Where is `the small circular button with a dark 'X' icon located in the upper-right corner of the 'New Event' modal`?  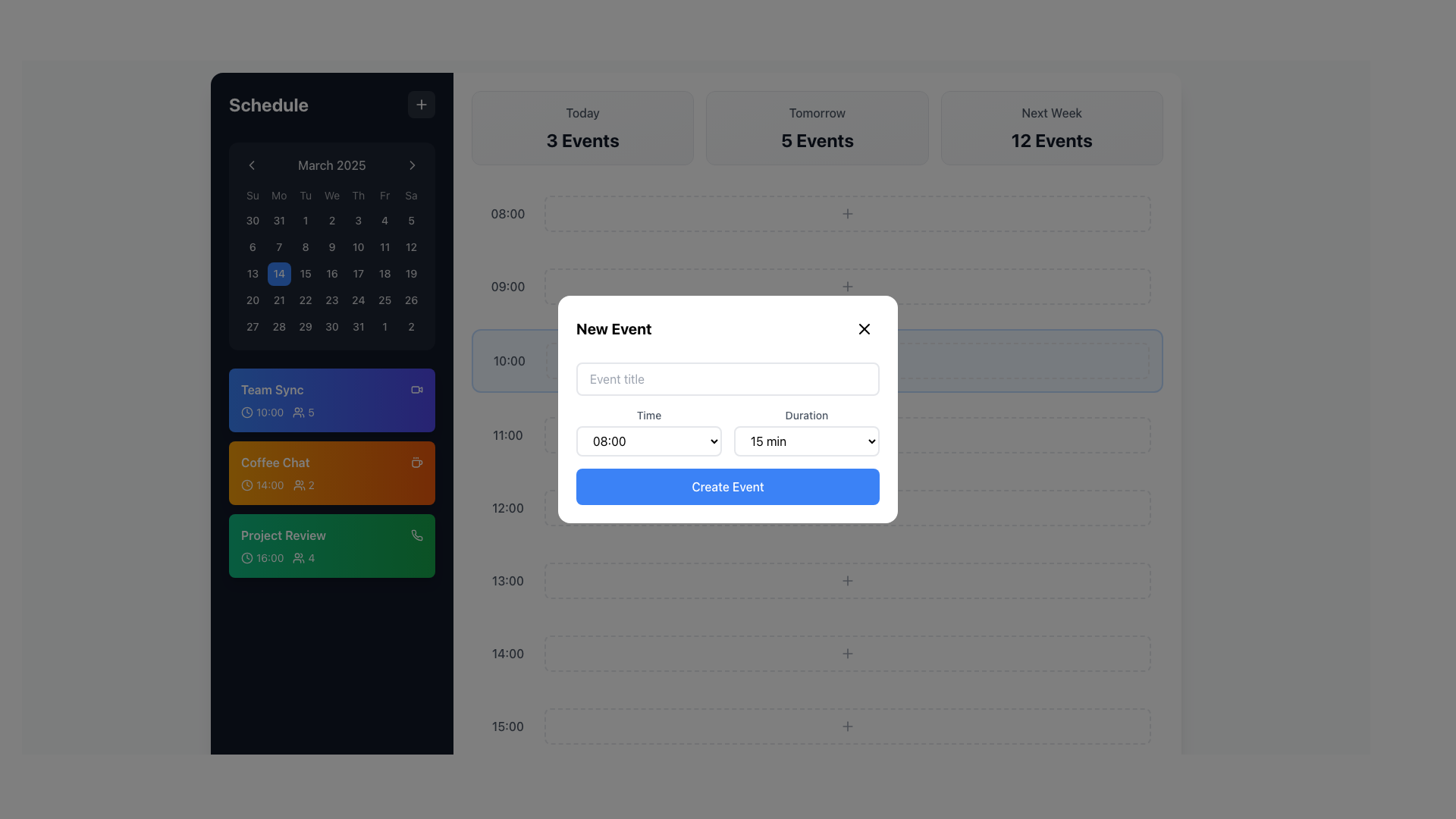
the small circular button with a dark 'X' icon located in the upper-right corner of the 'New Event' modal is located at coordinates (864, 328).